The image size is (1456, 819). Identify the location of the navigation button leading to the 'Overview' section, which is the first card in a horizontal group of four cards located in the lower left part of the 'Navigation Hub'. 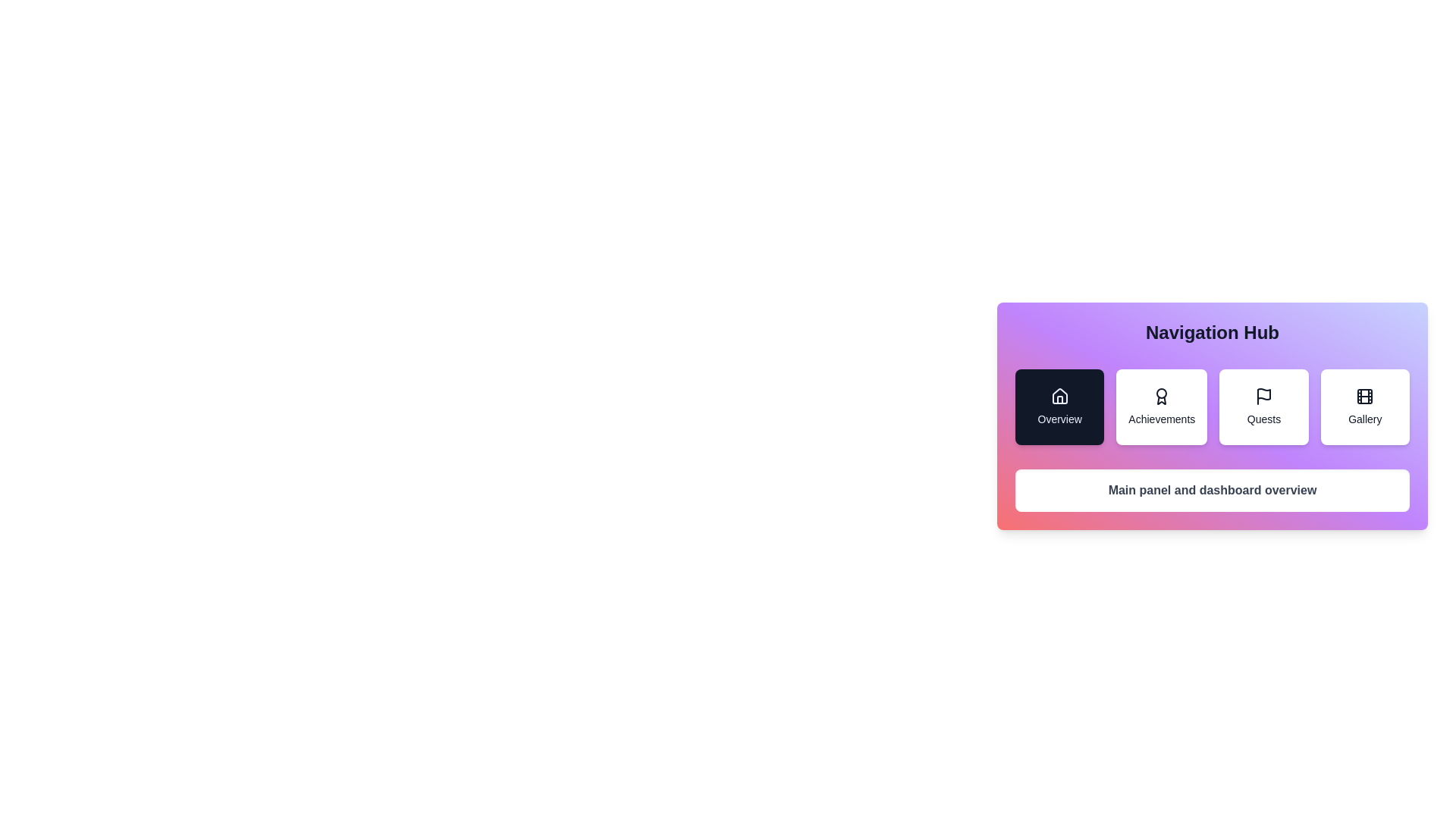
(1059, 406).